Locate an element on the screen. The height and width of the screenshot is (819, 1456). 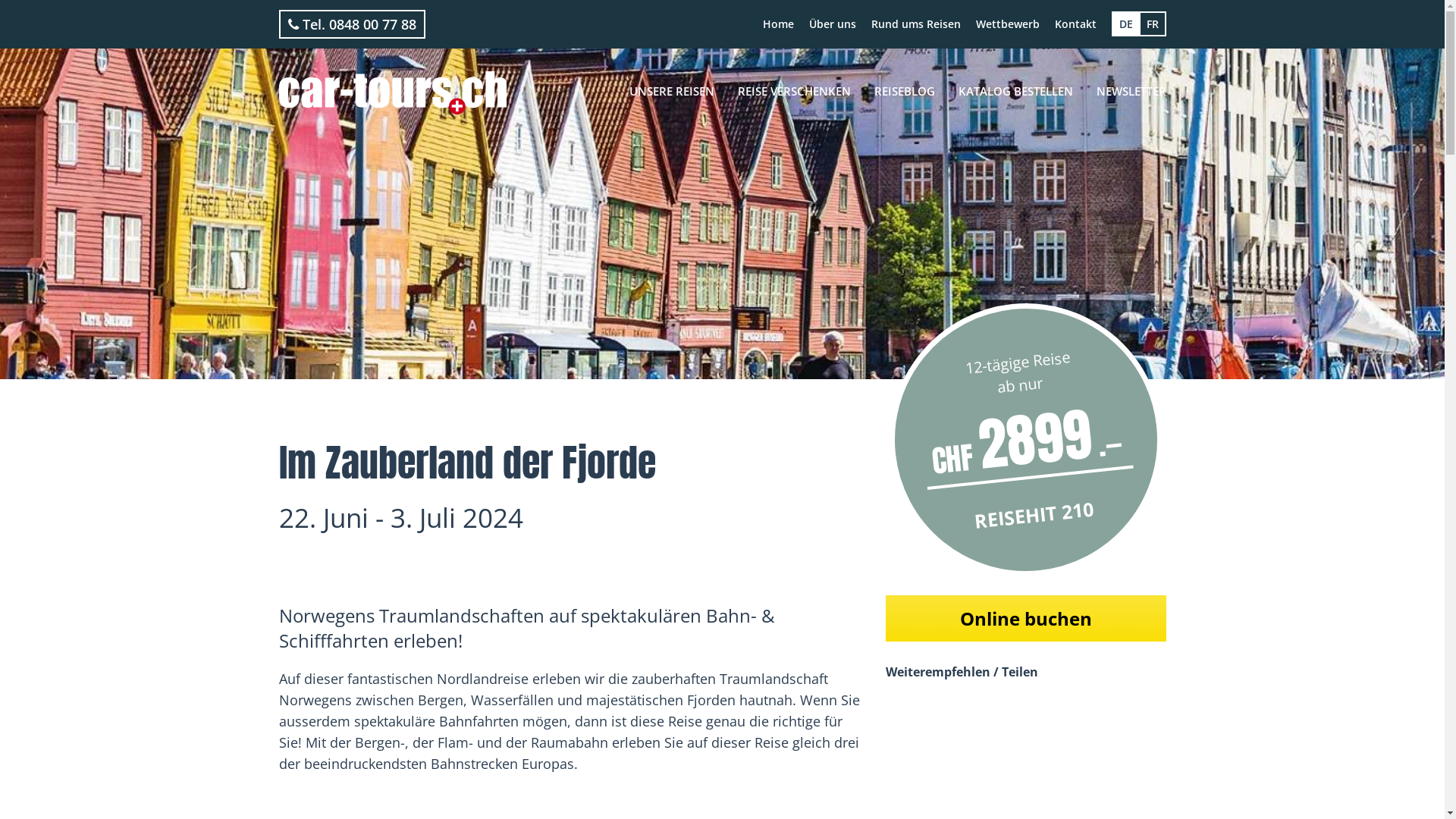
'Rund ums Reisen' is located at coordinates (914, 24).